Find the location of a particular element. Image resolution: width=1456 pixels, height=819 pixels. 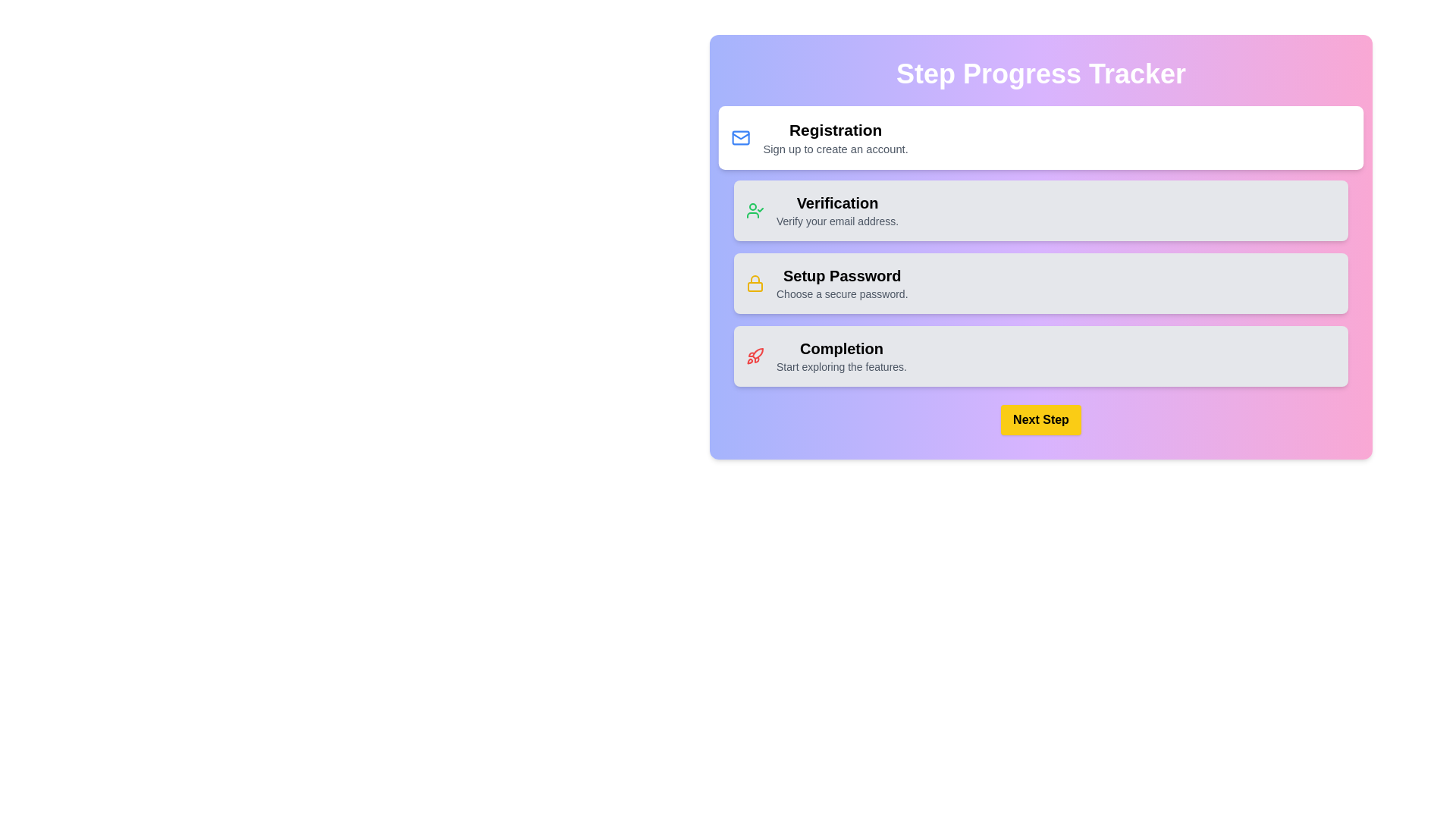

the Text block that serves as the heading and subheading of the 'Completion' step in the 'Step Progress Tracker' interface, located at the bottom of the list below the 'Setup Password' step is located at coordinates (840, 356).